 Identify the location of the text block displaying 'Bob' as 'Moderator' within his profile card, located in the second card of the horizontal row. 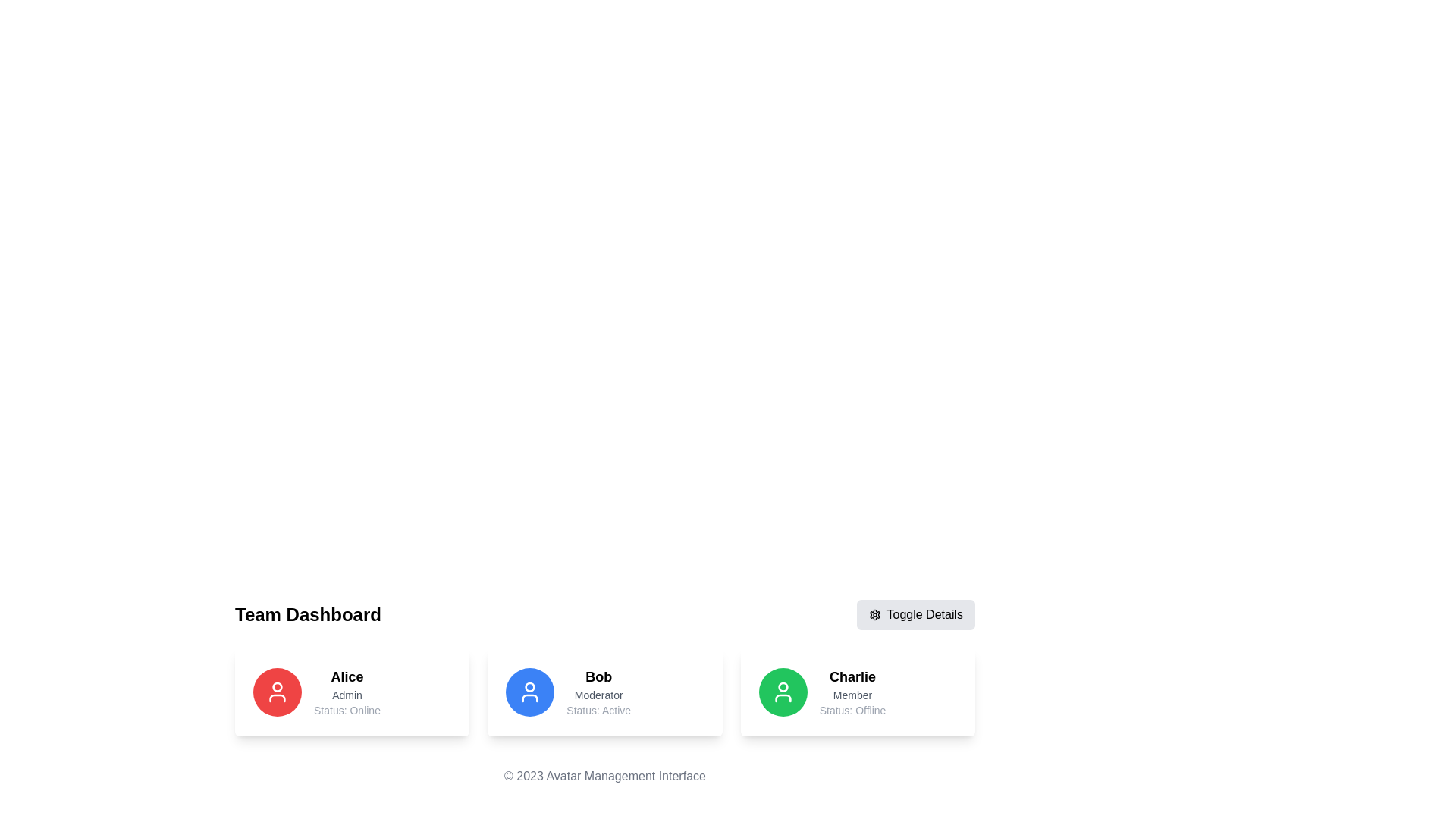
(598, 692).